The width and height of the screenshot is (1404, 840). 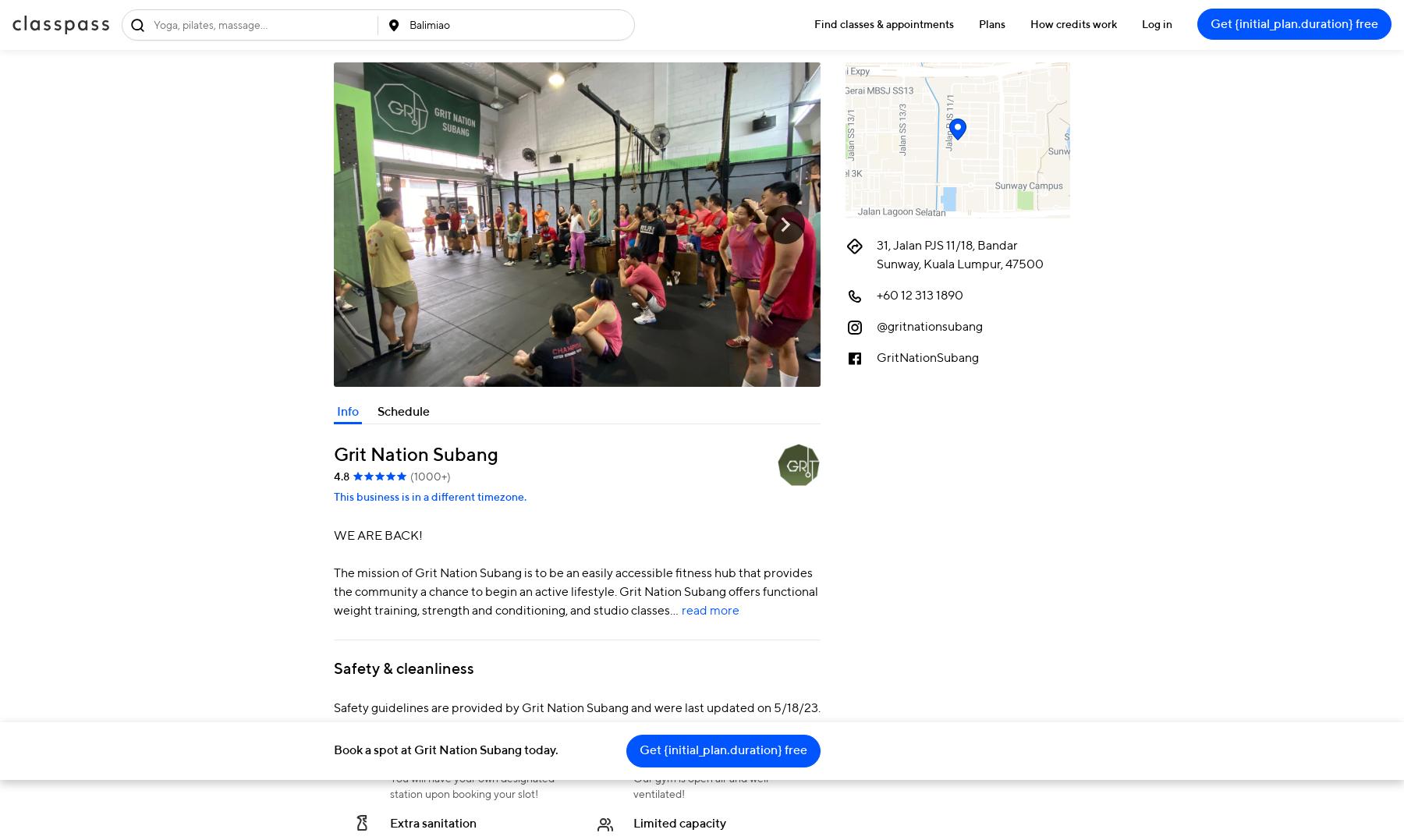 I want to click on 'Grit Nation Subang', so click(x=415, y=453).